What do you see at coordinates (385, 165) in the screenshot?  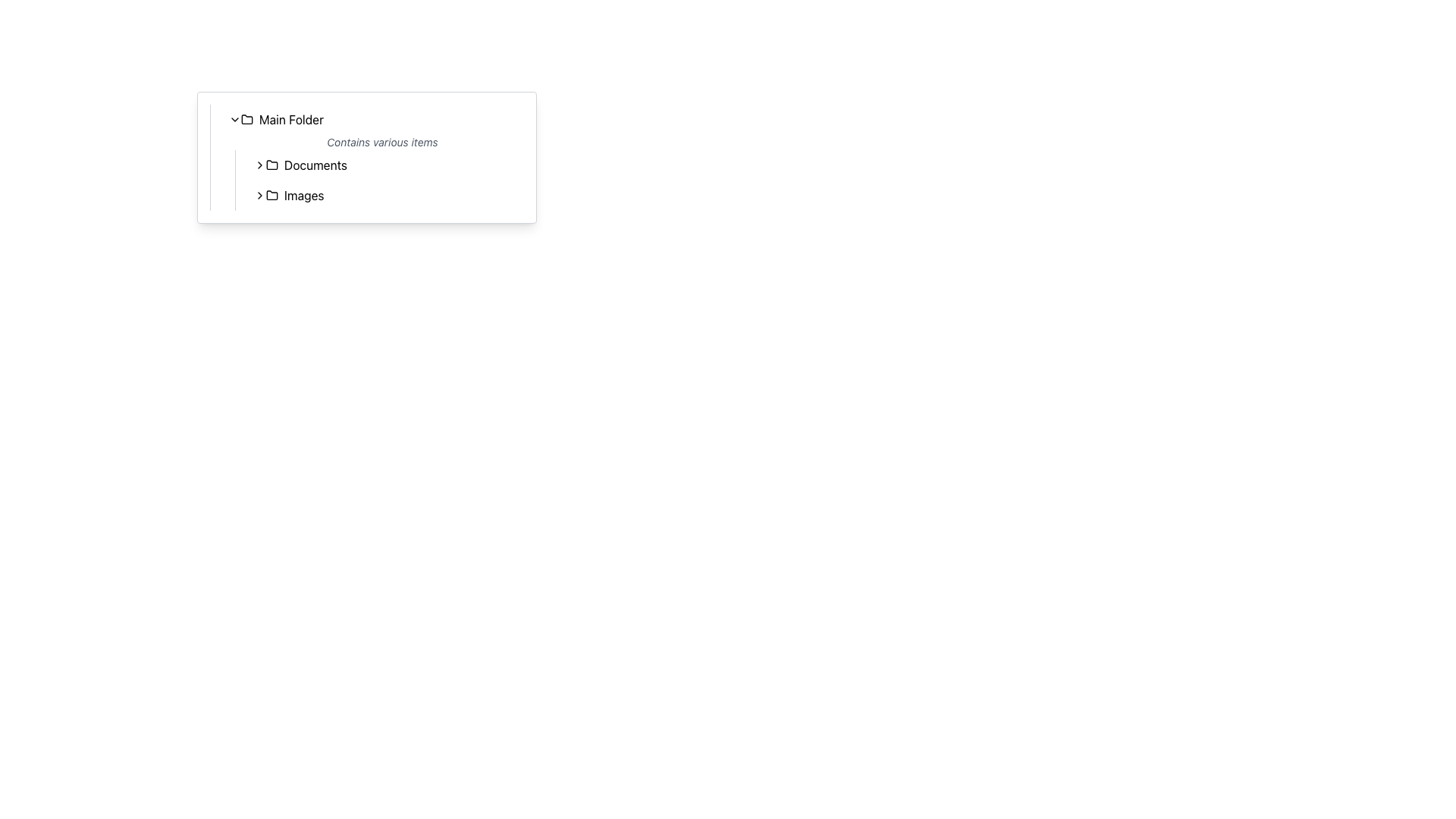 I see `the 'Documents' button` at bounding box center [385, 165].